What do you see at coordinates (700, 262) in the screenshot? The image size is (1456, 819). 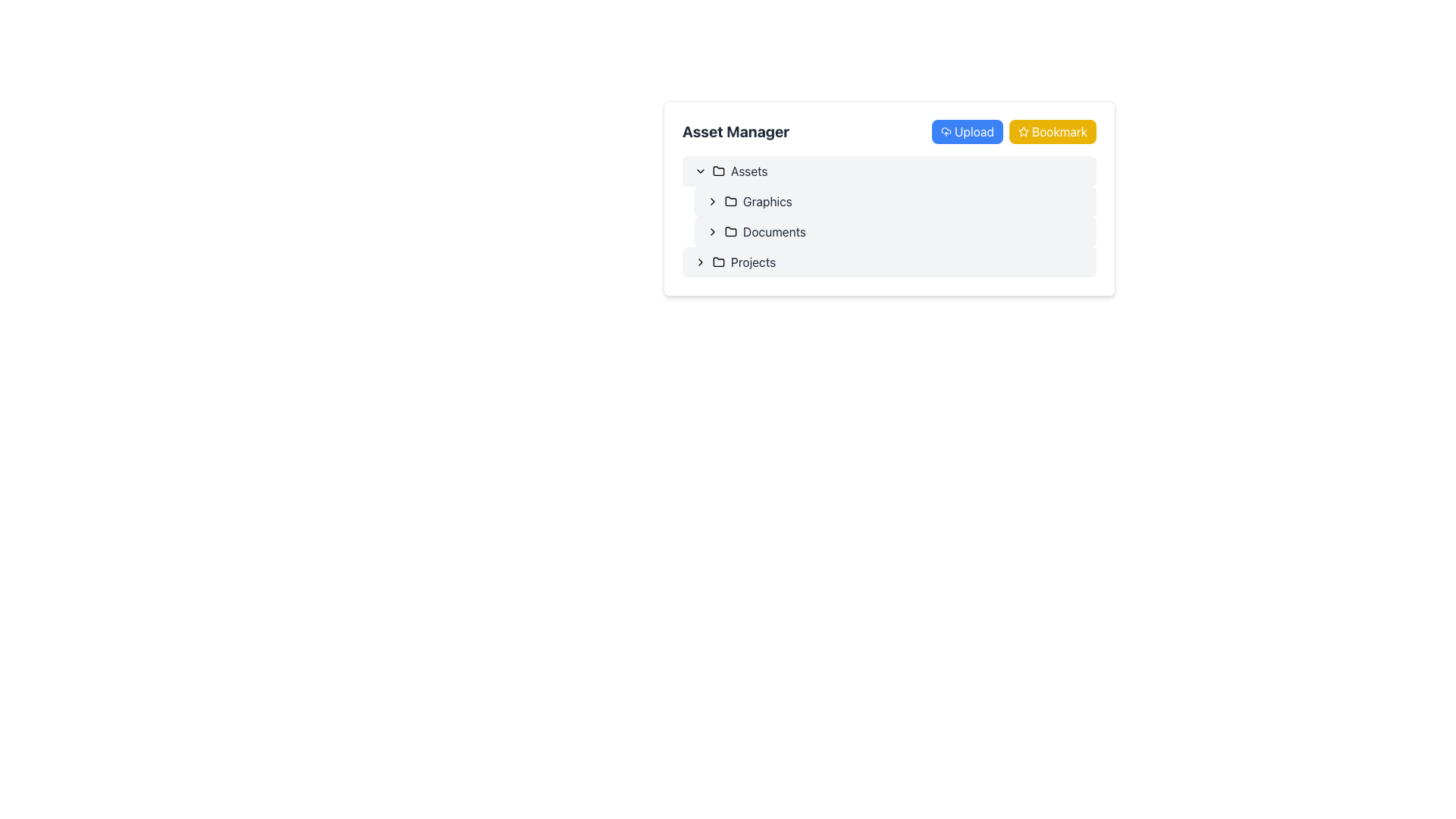 I see `the chevron icon located` at bounding box center [700, 262].